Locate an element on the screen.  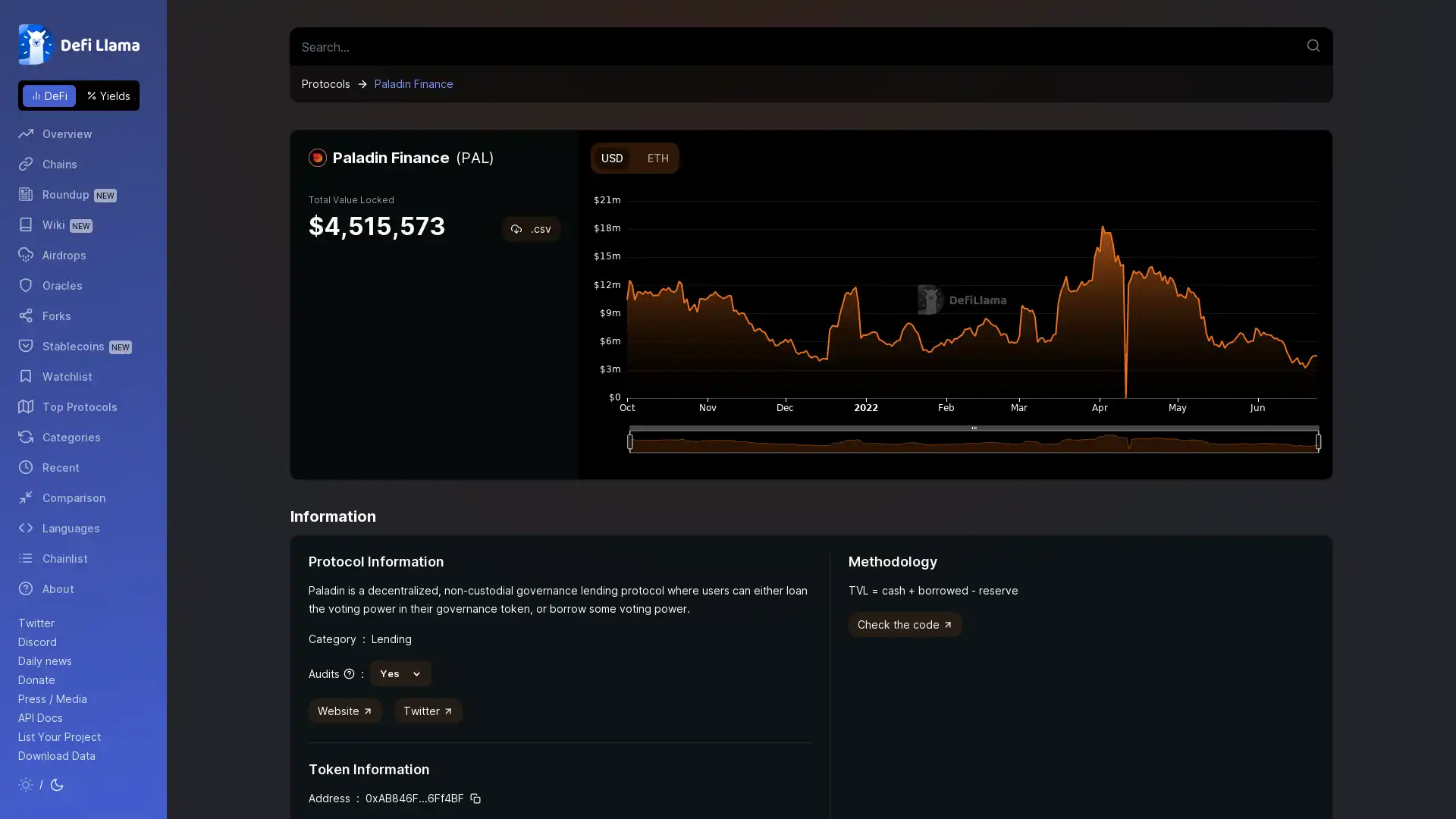
Copy is located at coordinates (475, 798).